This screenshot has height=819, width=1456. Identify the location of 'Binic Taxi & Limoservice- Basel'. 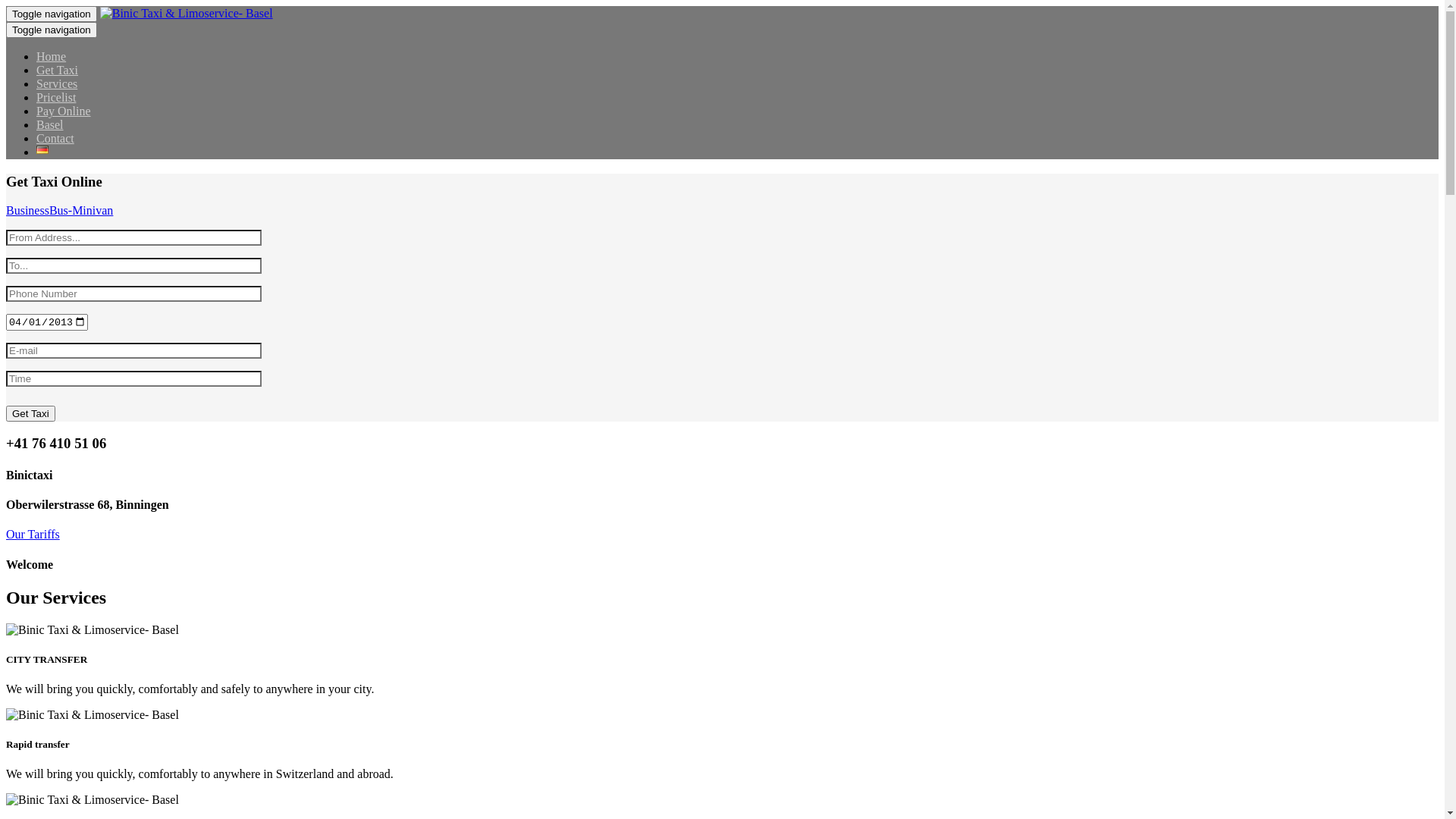
(6, 714).